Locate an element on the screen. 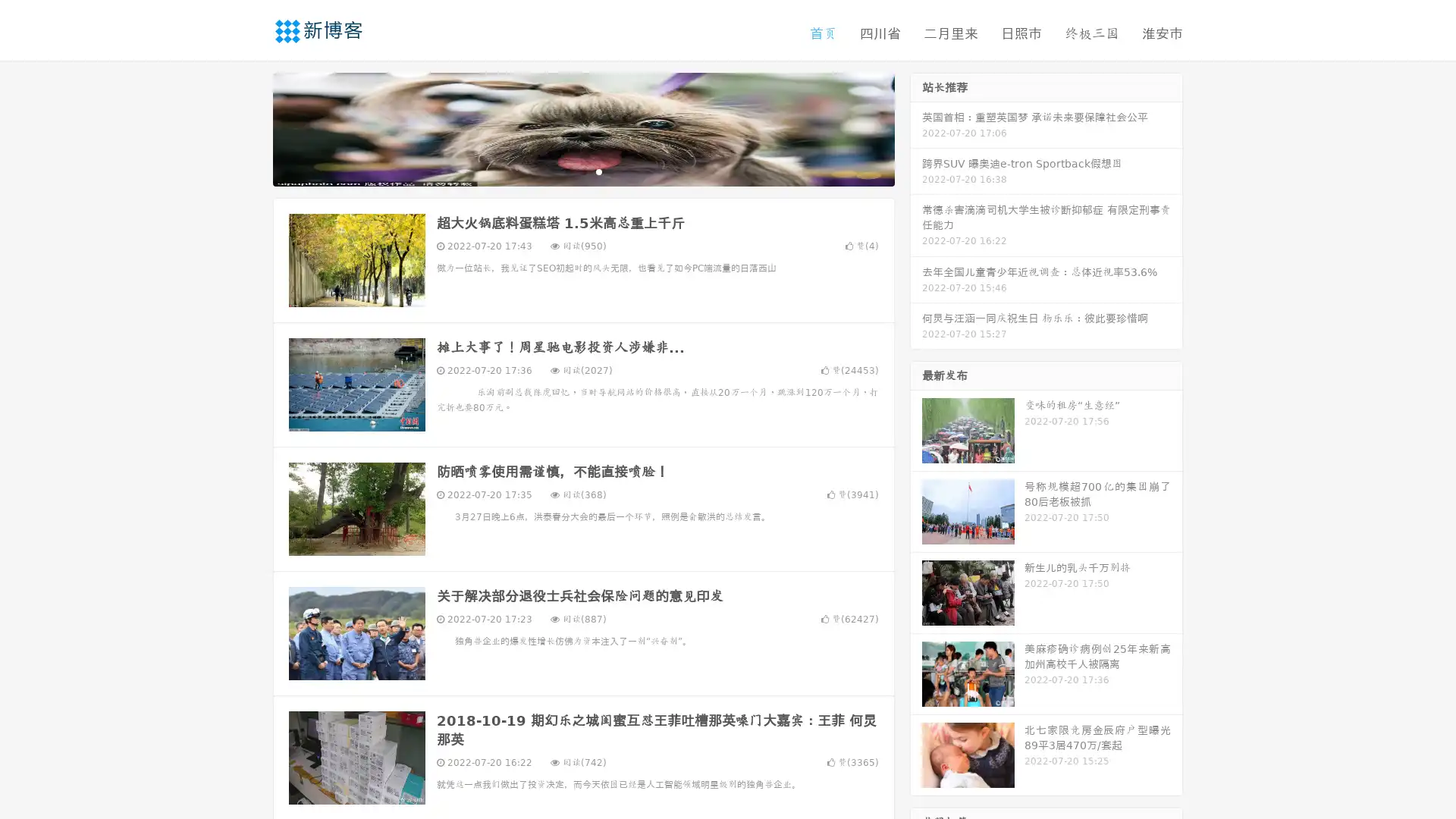 The width and height of the screenshot is (1456, 819). Go to slide 1 is located at coordinates (567, 171).